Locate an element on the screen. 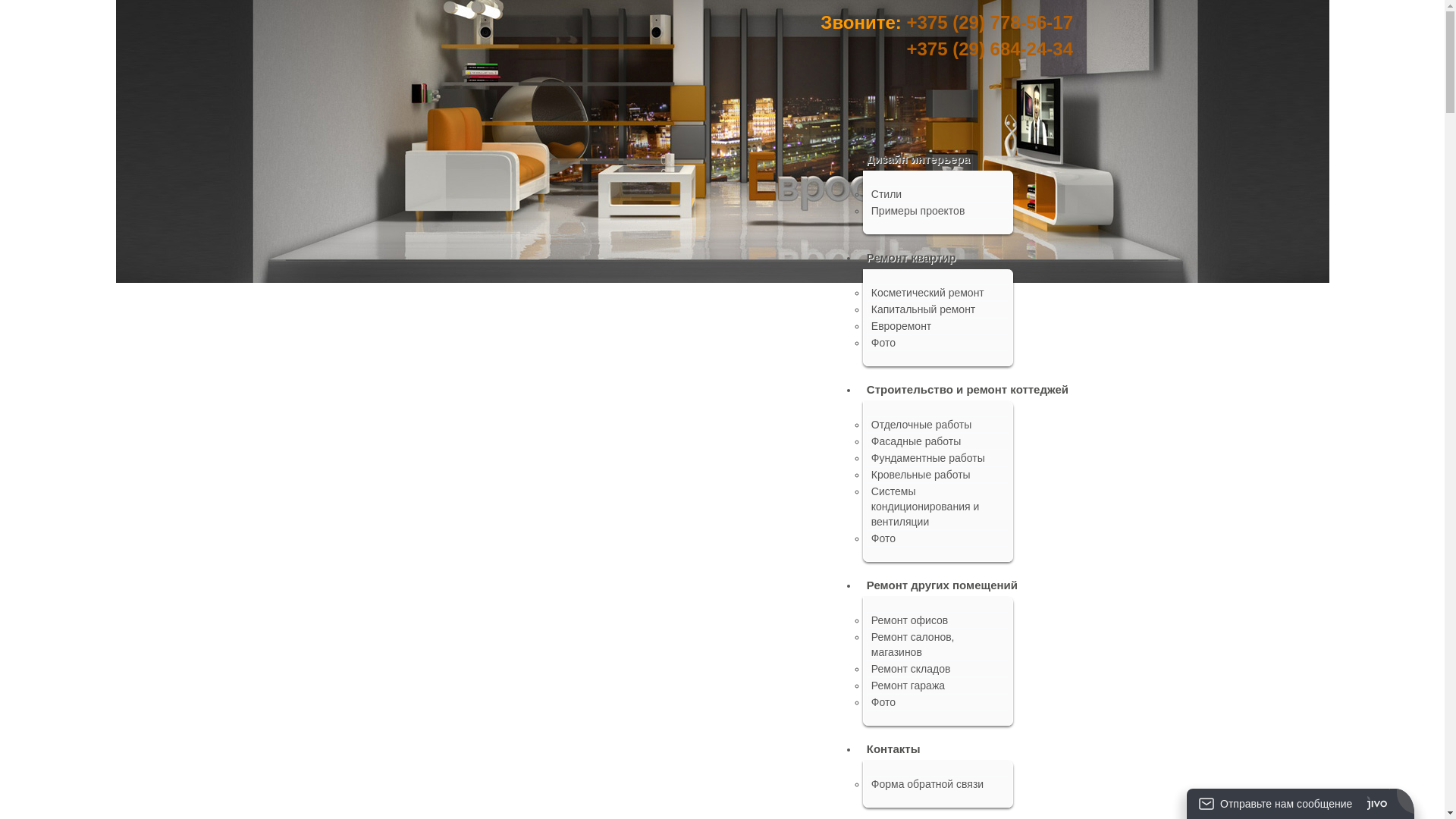 The width and height of the screenshot is (1456, 819). '+375 (29) 778-56-17' is located at coordinates (990, 22).